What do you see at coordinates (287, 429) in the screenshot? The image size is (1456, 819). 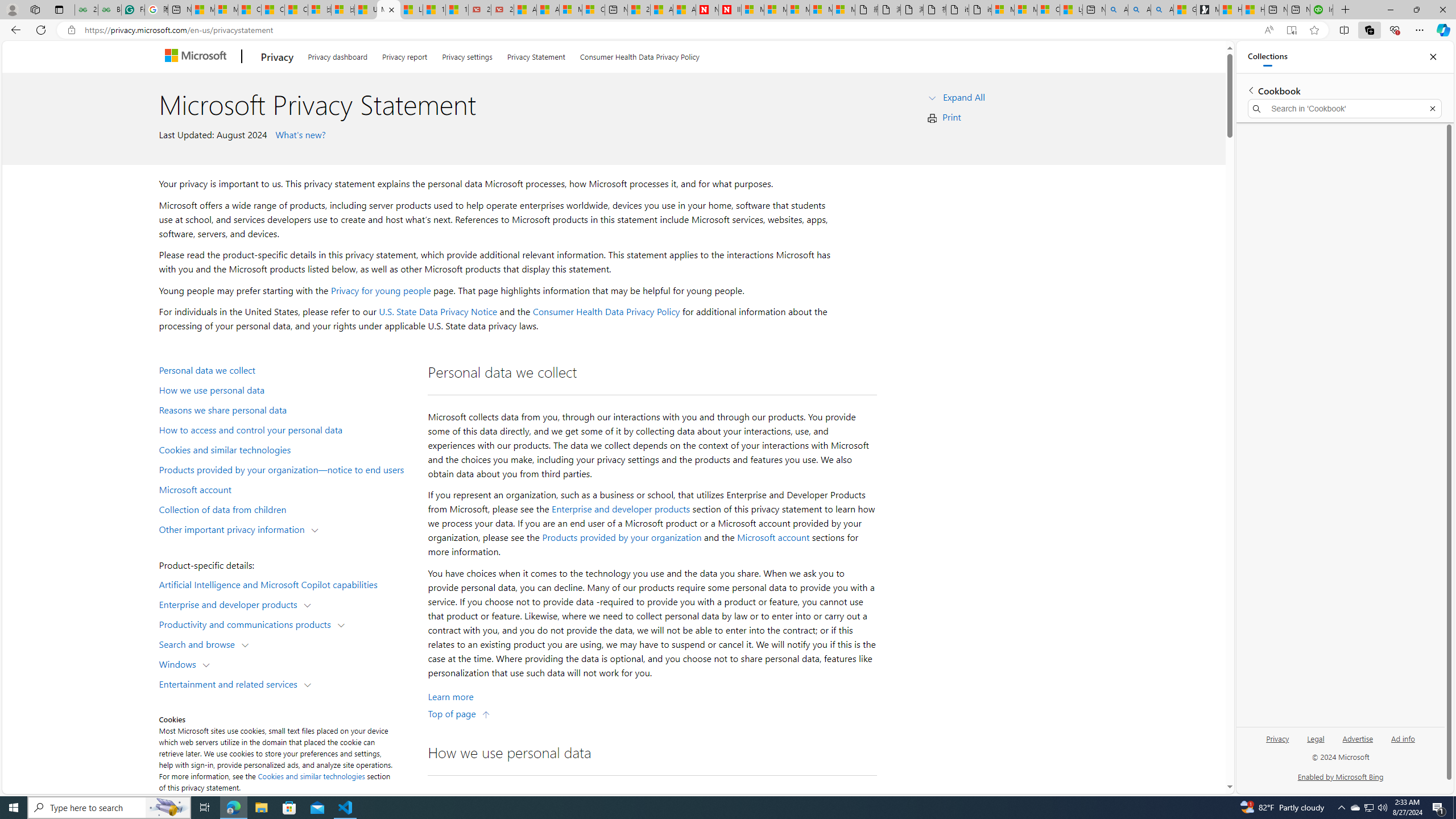 I see `'How to access and control your personal data'` at bounding box center [287, 429].